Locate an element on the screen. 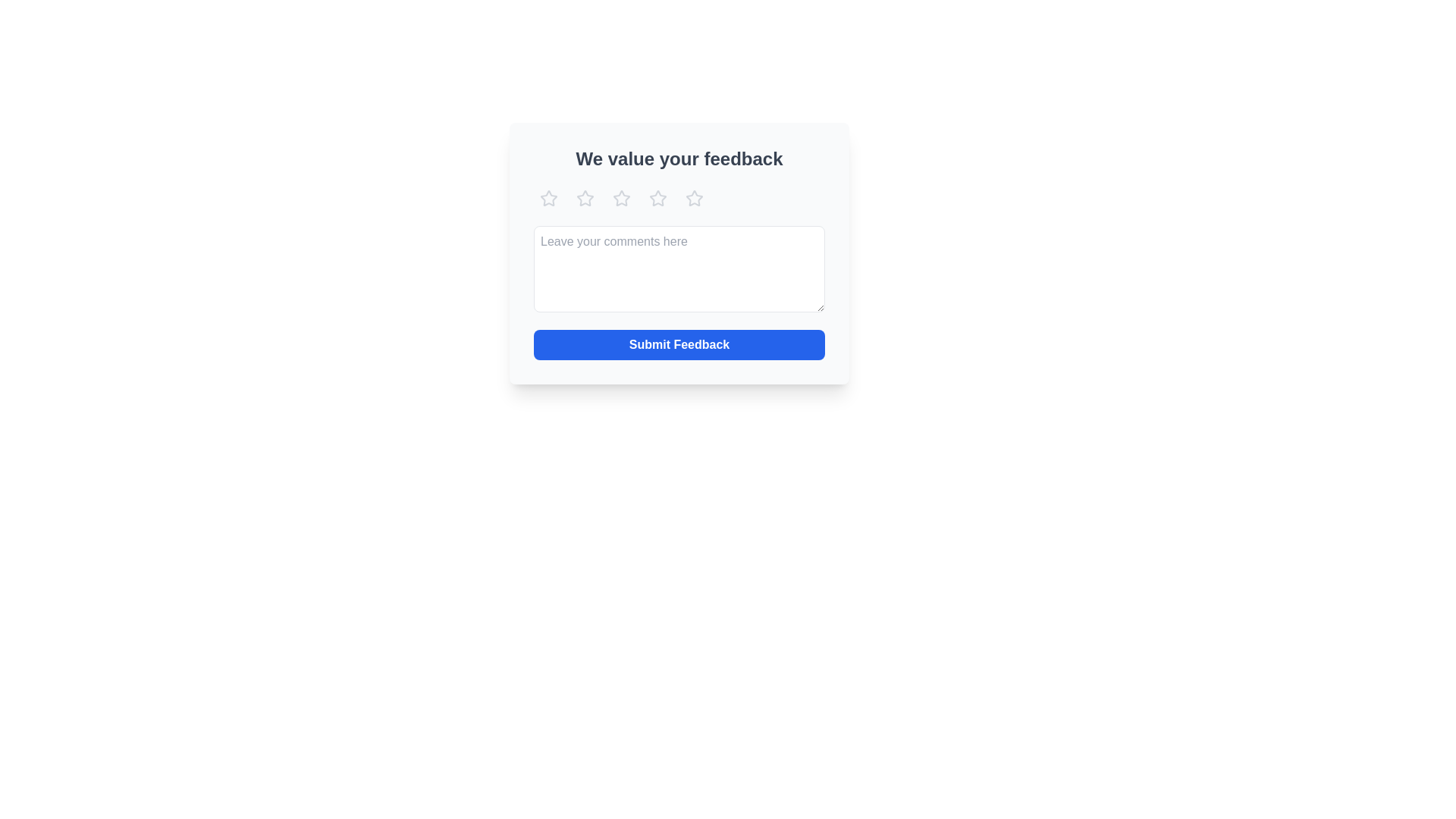 This screenshot has height=819, width=1456. one of the star icons in the rating component below the heading 'We value your feedback' is located at coordinates (679, 198).